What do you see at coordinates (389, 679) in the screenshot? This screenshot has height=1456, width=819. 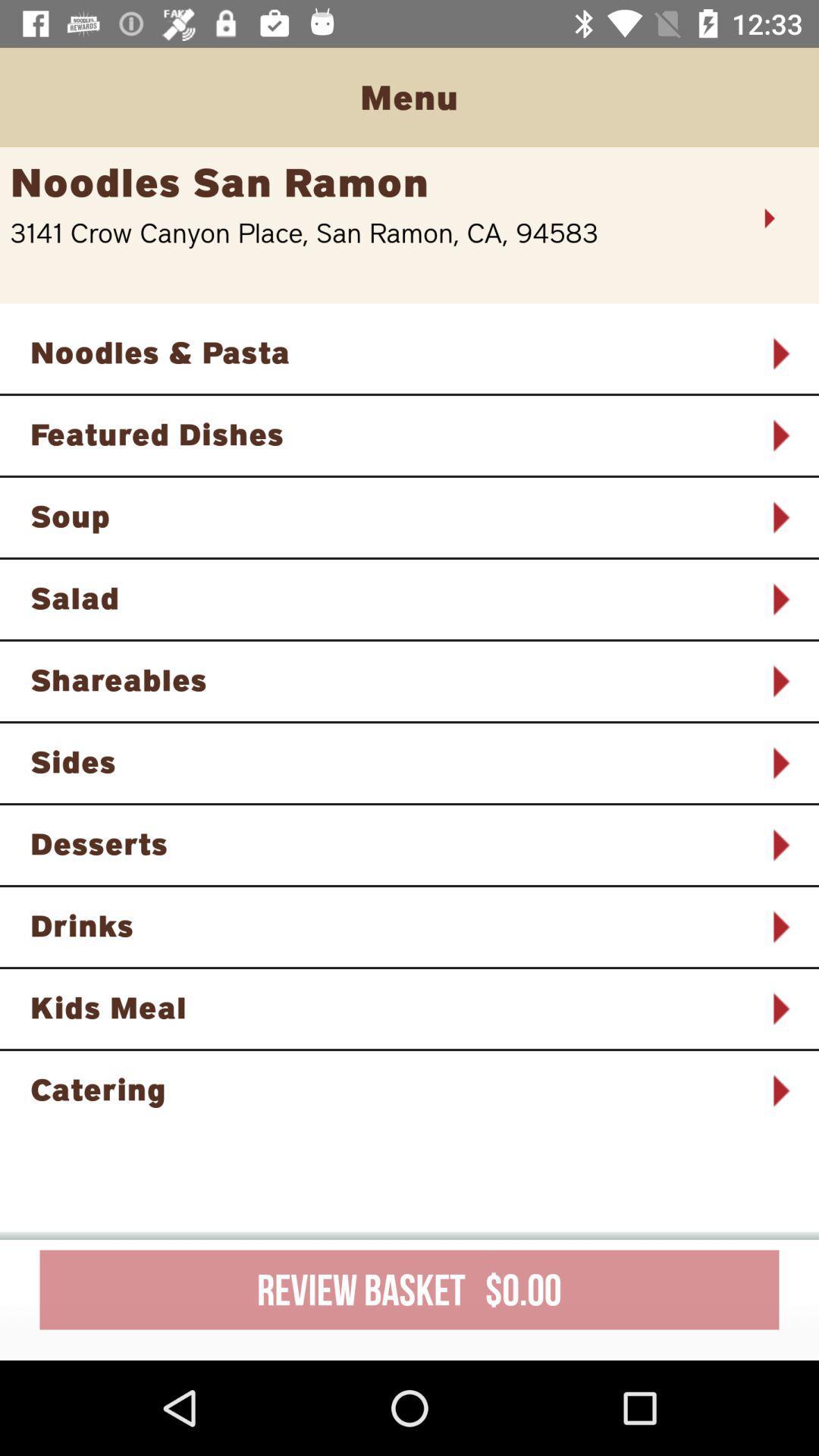 I see `the shareables  item` at bounding box center [389, 679].